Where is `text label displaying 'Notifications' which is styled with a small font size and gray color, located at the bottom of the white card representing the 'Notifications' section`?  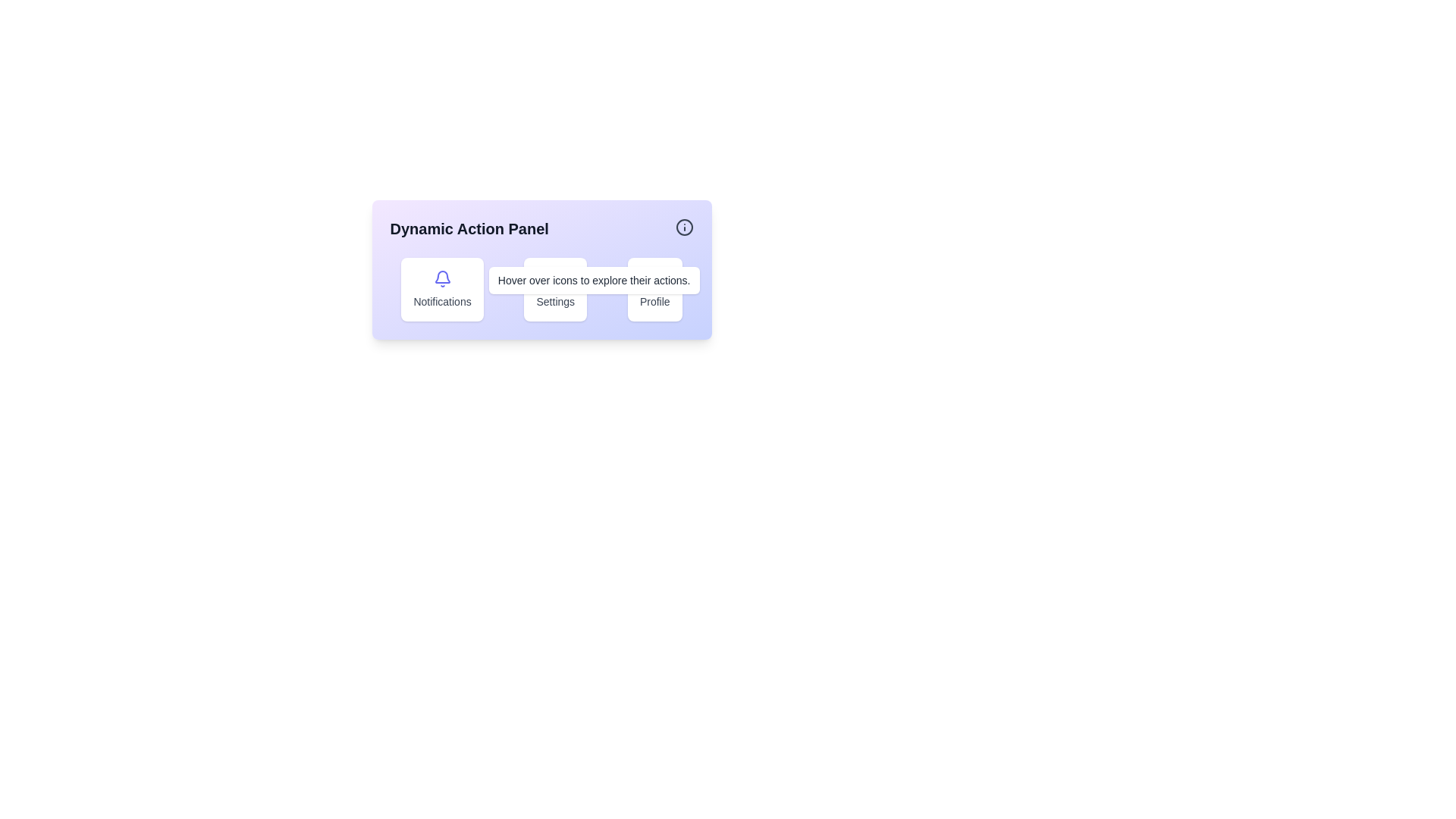
text label displaying 'Notifications' which is styled with a small font size and gray color, located at the bottom of the white card representing the 'Notifications' section is located at coordinates (441, 301).